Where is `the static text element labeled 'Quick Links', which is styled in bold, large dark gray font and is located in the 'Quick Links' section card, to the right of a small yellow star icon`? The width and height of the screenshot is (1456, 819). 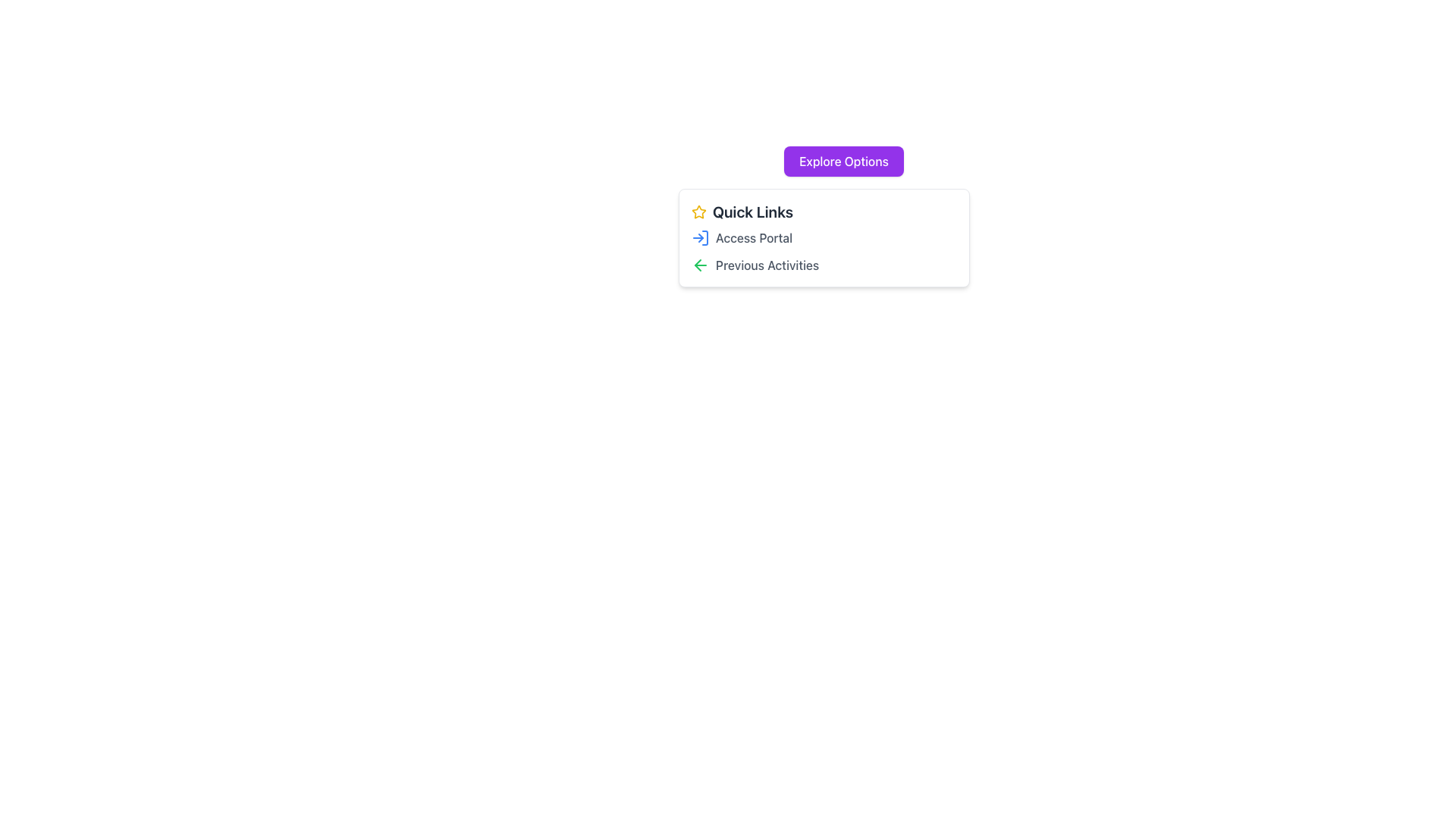 the static text element labeled 'Quick Links', which is styled in bold, large dark gray font and is located in the 'Quick Links' section card, to the right of a small yellow star icon is located at coordinates (753, 212).